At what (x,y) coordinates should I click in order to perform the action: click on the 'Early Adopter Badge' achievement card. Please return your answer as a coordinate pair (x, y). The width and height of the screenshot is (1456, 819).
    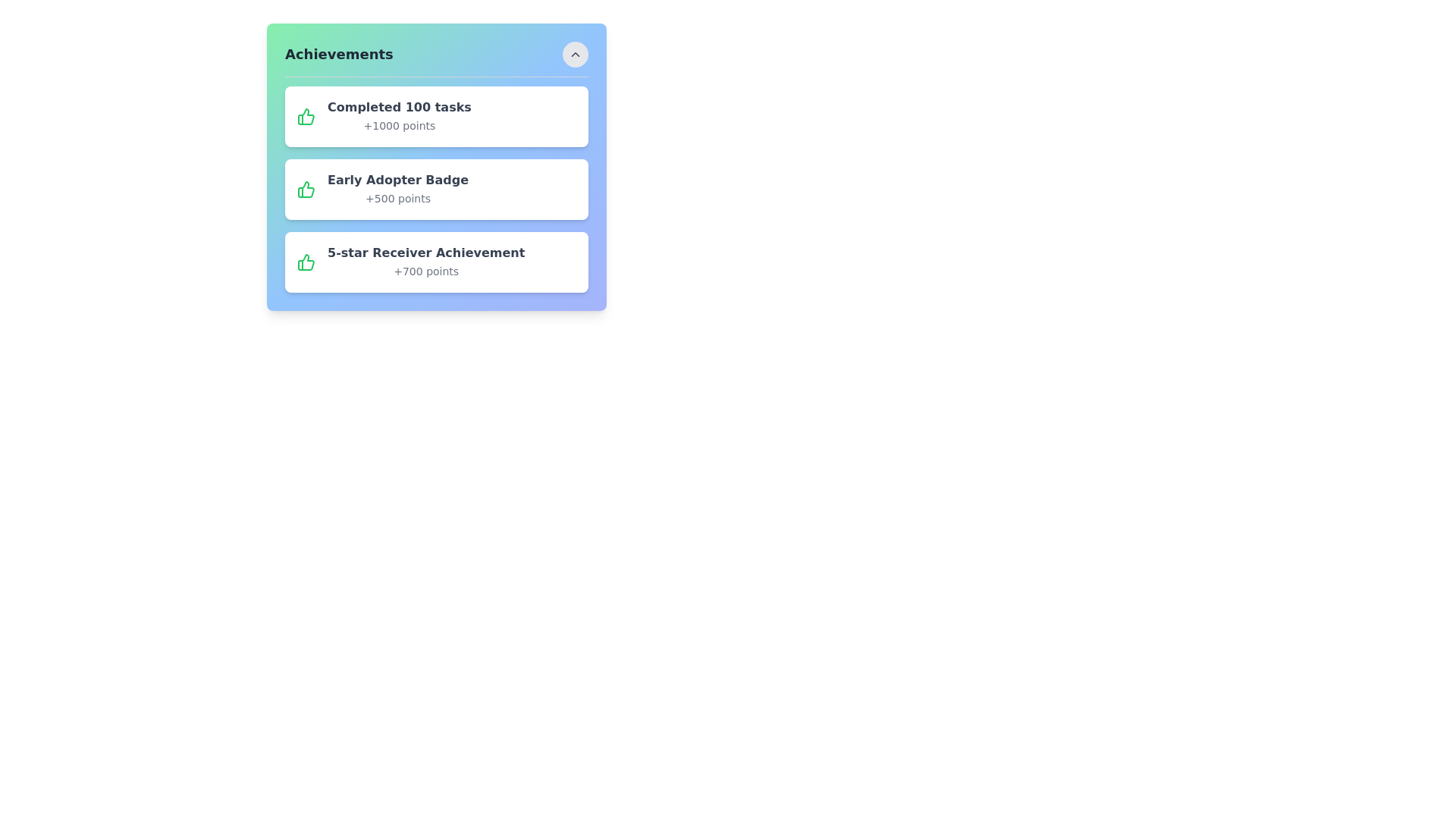
    Looking at the image, I should click on (436, 189).